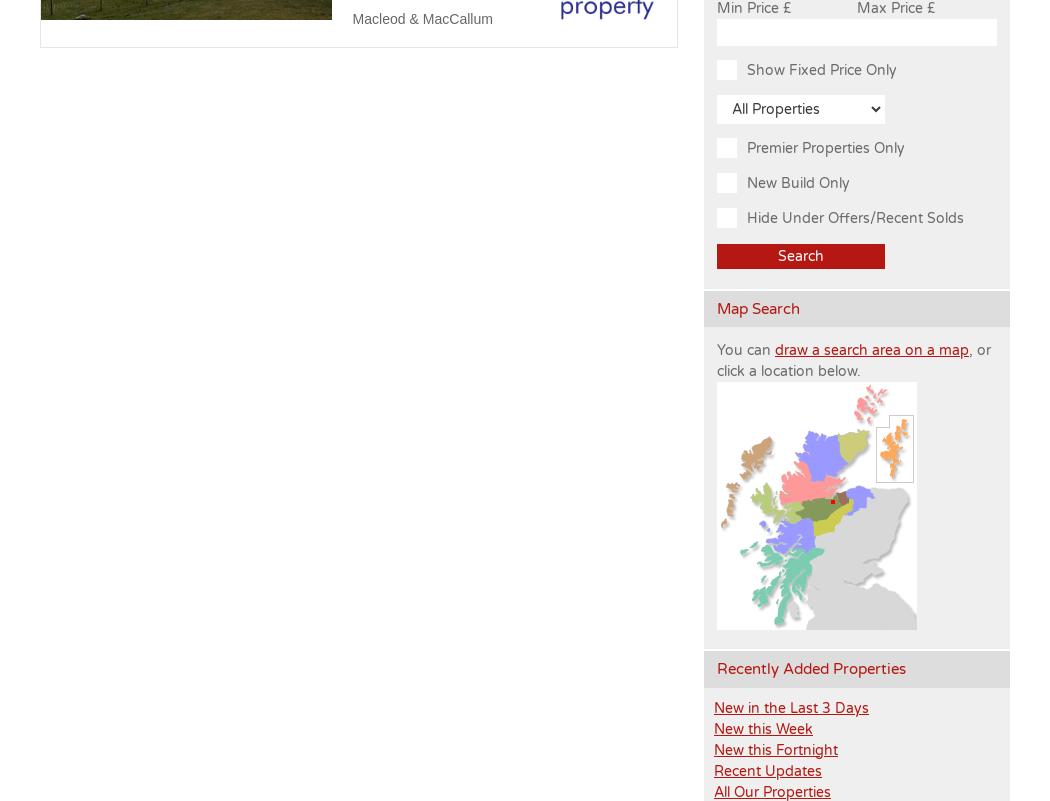  What do you see at coordinates (421, 18) in the screenshot?
I see `'Macleod & MacCallum'` at bounding box center [421, 18].